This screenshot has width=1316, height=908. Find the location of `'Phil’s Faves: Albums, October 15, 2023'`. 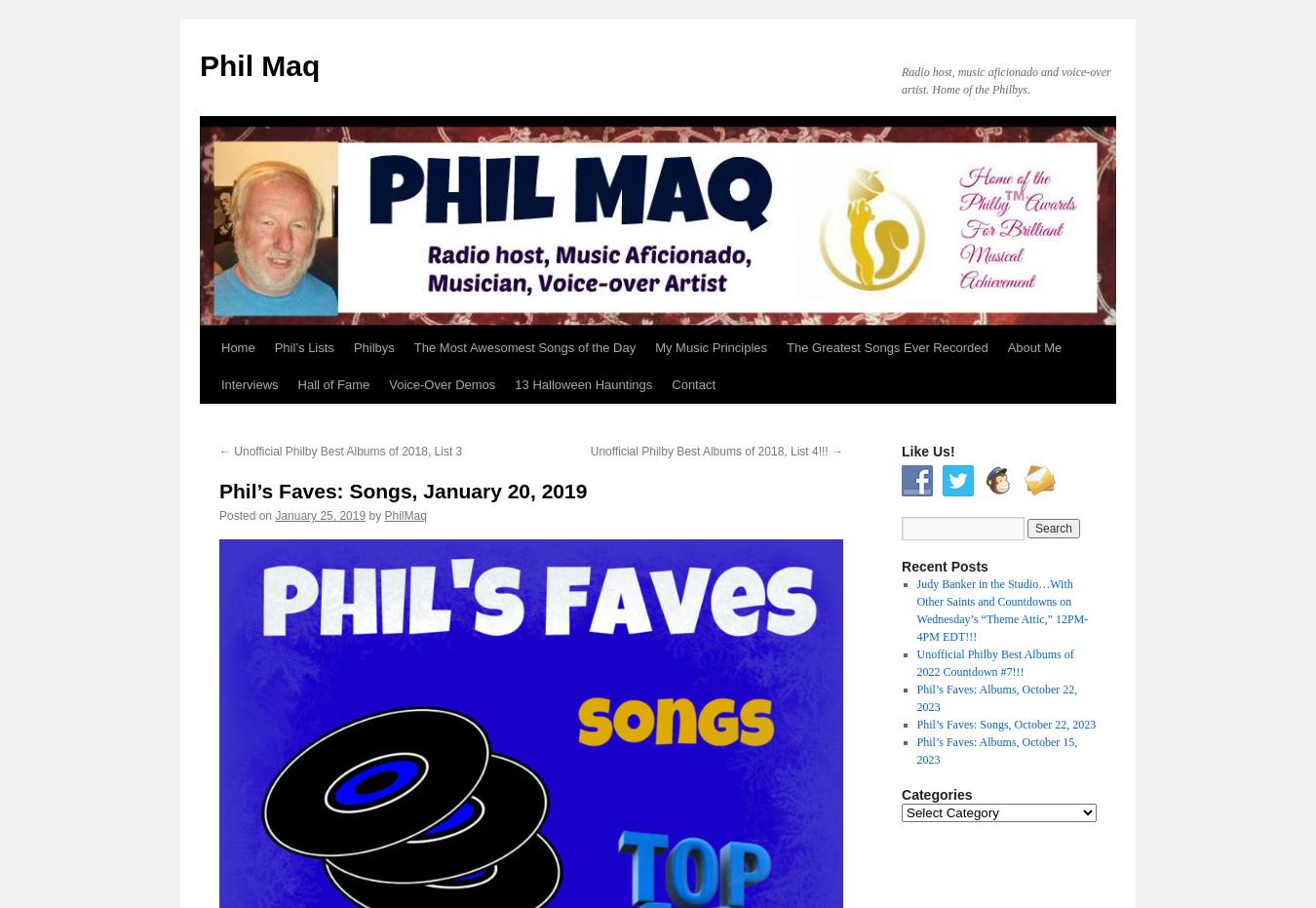

'Phil’s Faves: Albums, October 15, 2023' is located at coordinates (996, 751).